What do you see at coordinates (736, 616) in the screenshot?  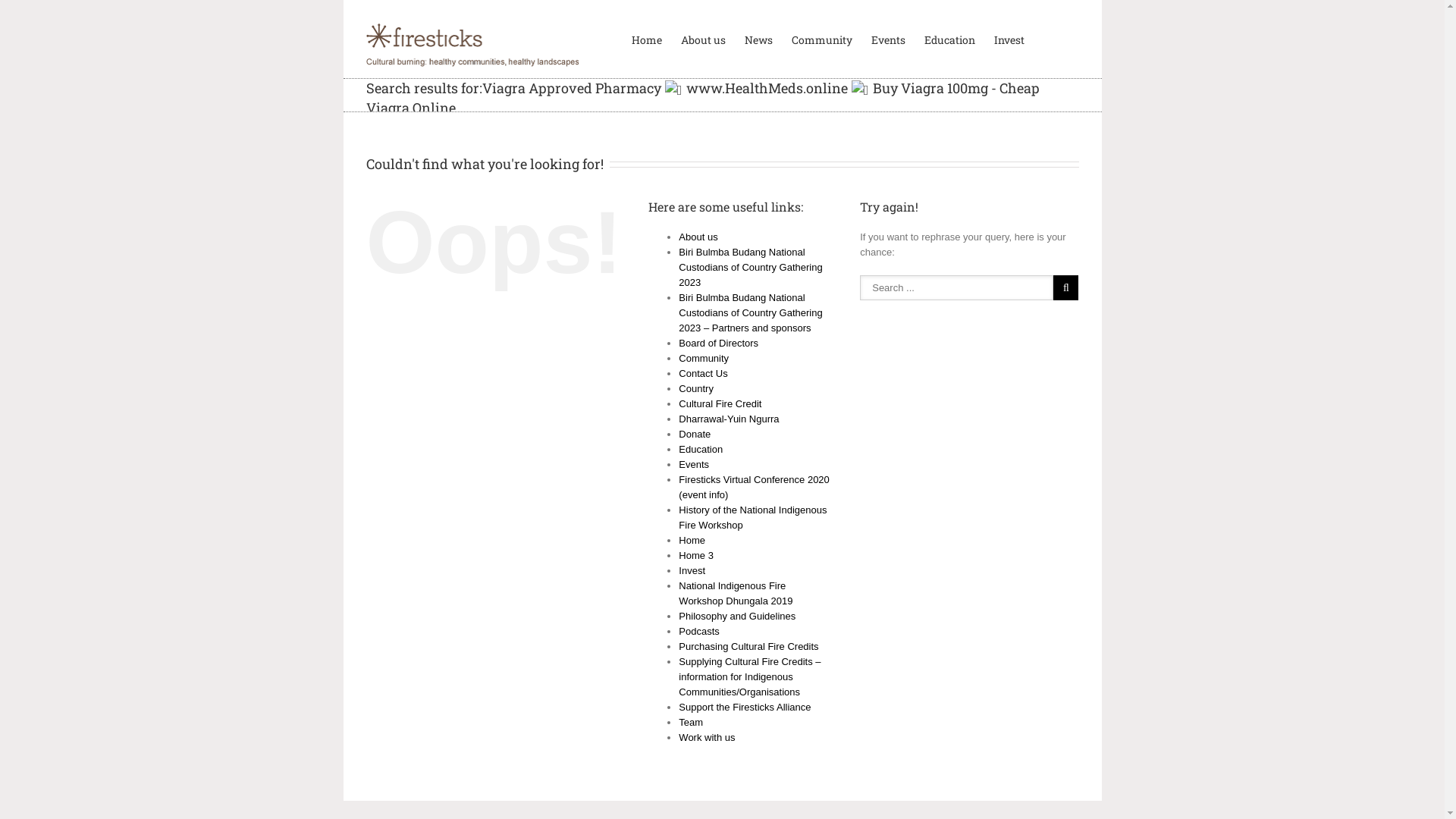 I see `'Philosophy and Guidelines'` at bounding box center [736, 616].